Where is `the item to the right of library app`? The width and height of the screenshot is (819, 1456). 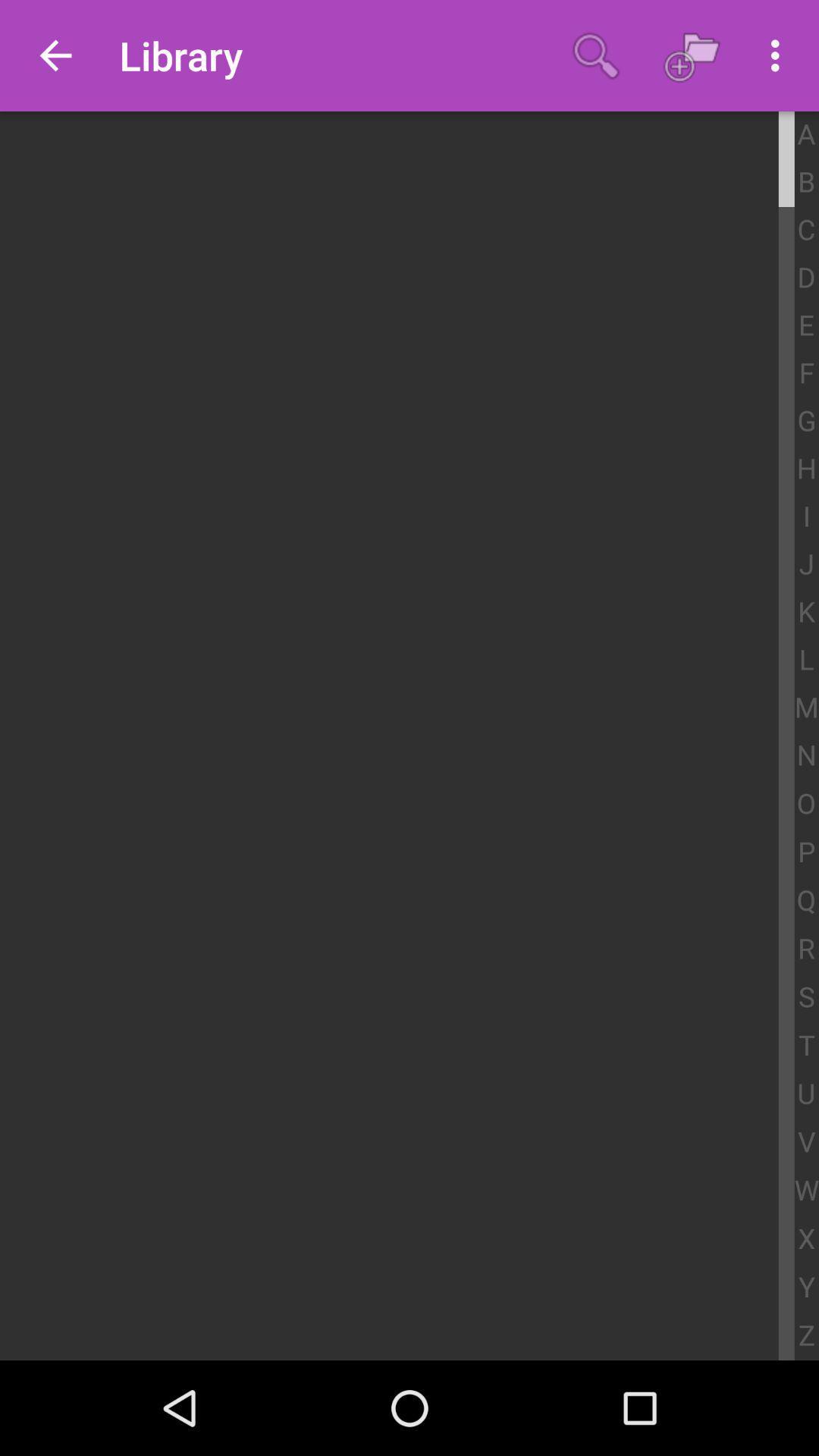
the item to the right of library app is located at coordinates (595, 55).